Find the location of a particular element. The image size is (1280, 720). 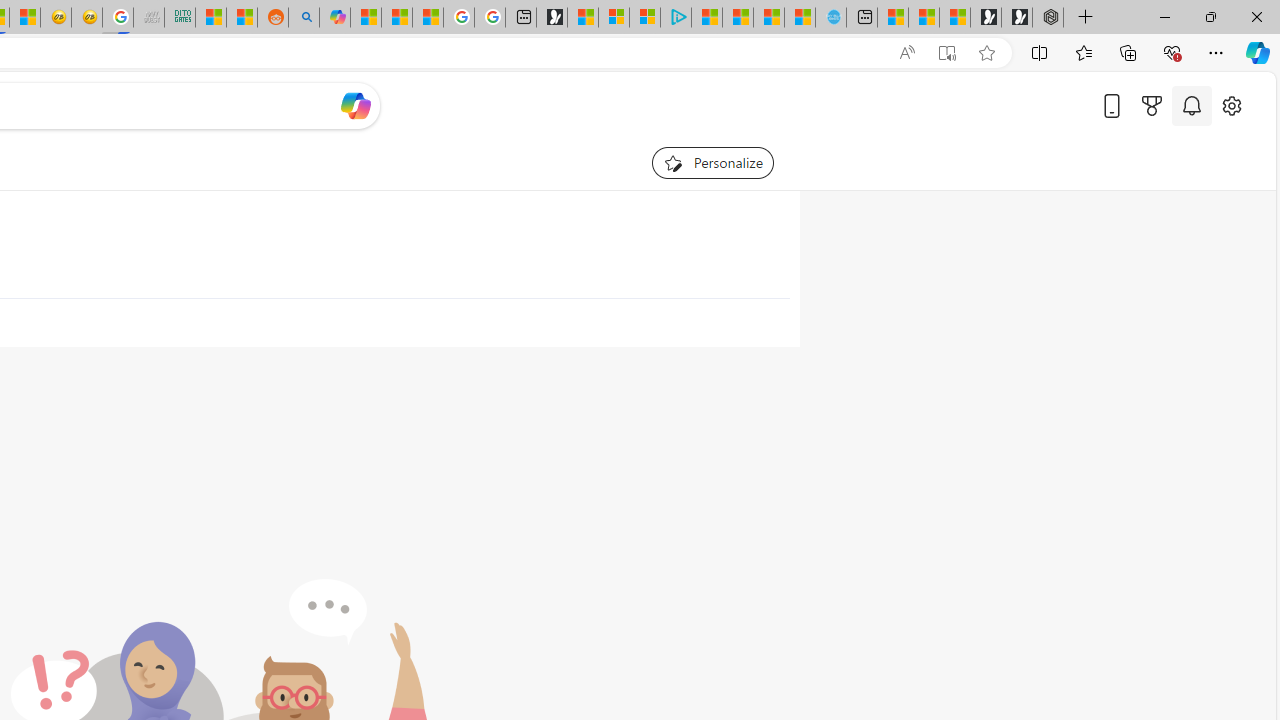

'New Tab' is located at coordinates (1085, 17).